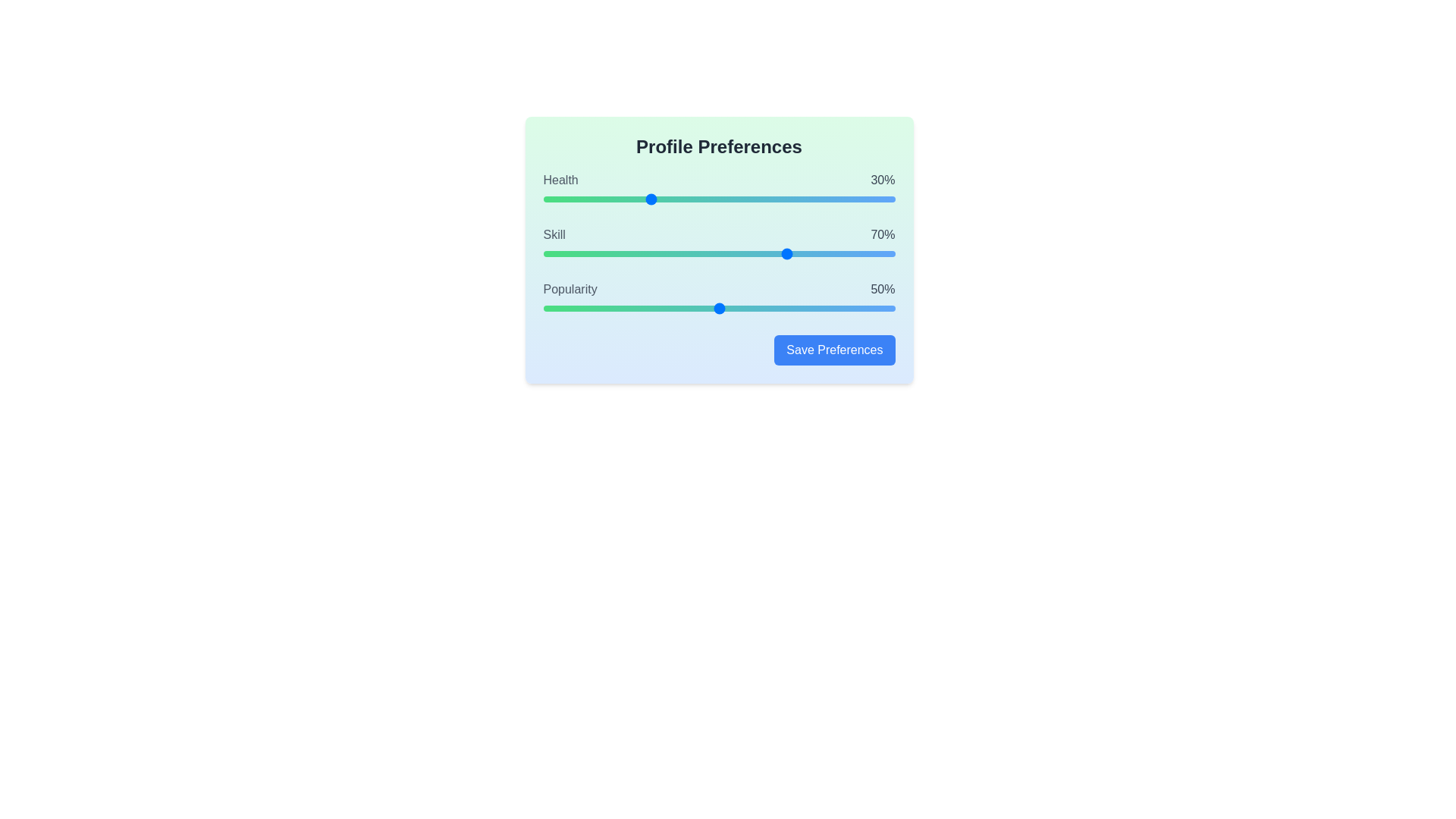  Describe the element at coordinates (792, 253) in the screenshot. I see `the skill slider to 71%` at that location.